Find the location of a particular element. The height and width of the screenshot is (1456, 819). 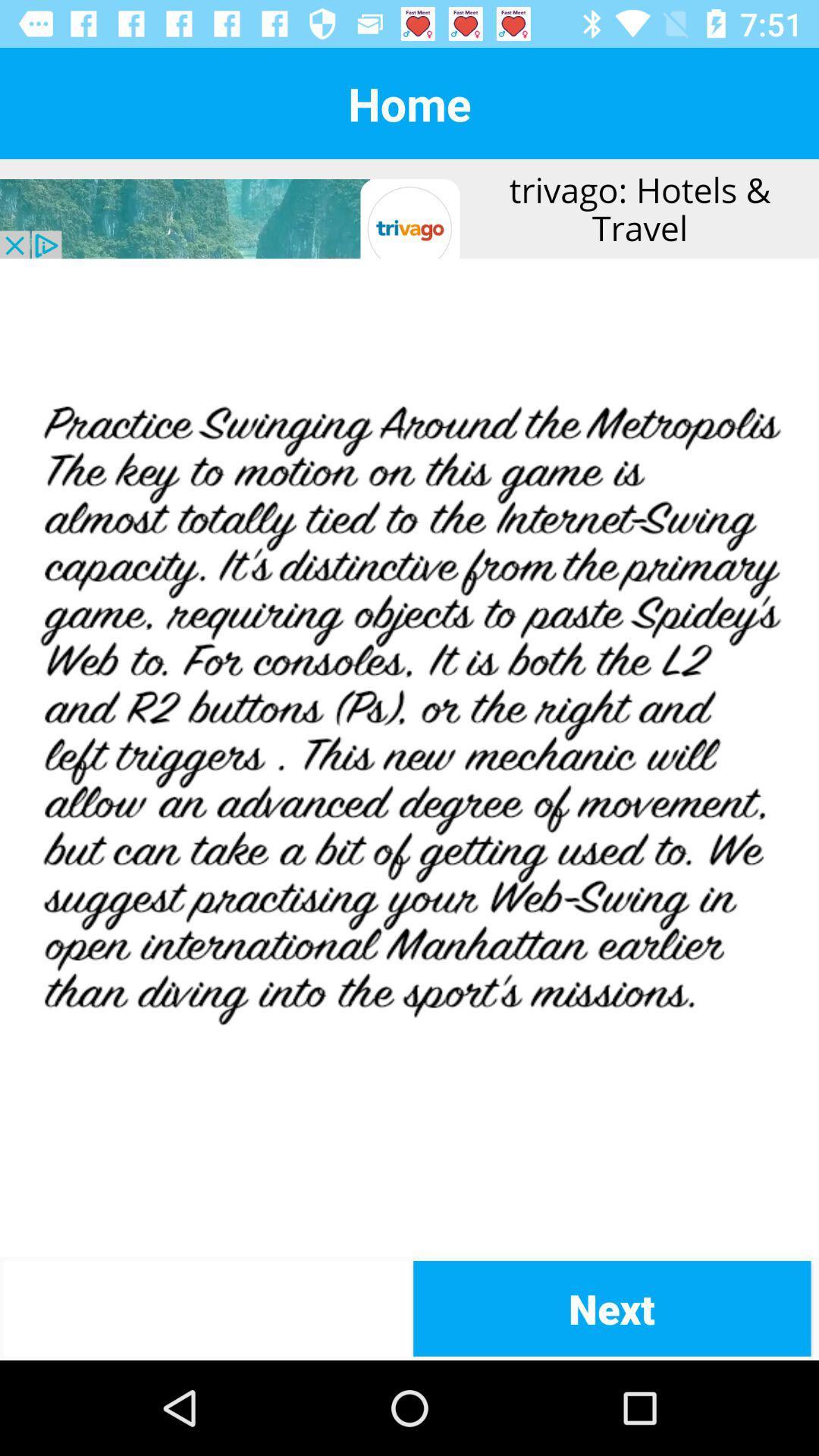

the add is located at coordinates (409, 758).